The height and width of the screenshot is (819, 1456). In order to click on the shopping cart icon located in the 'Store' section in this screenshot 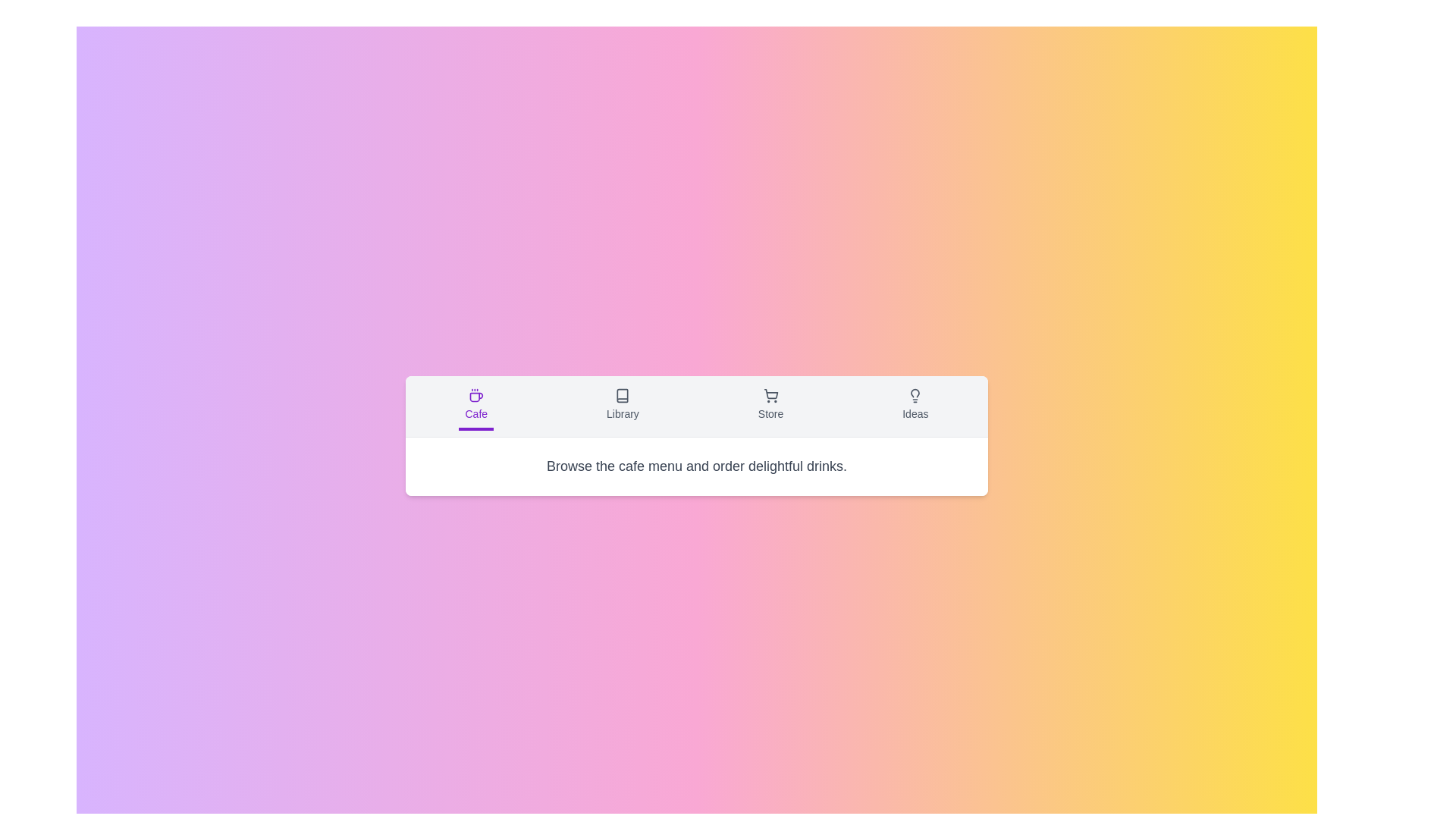, I will do `click(770, 394)`.